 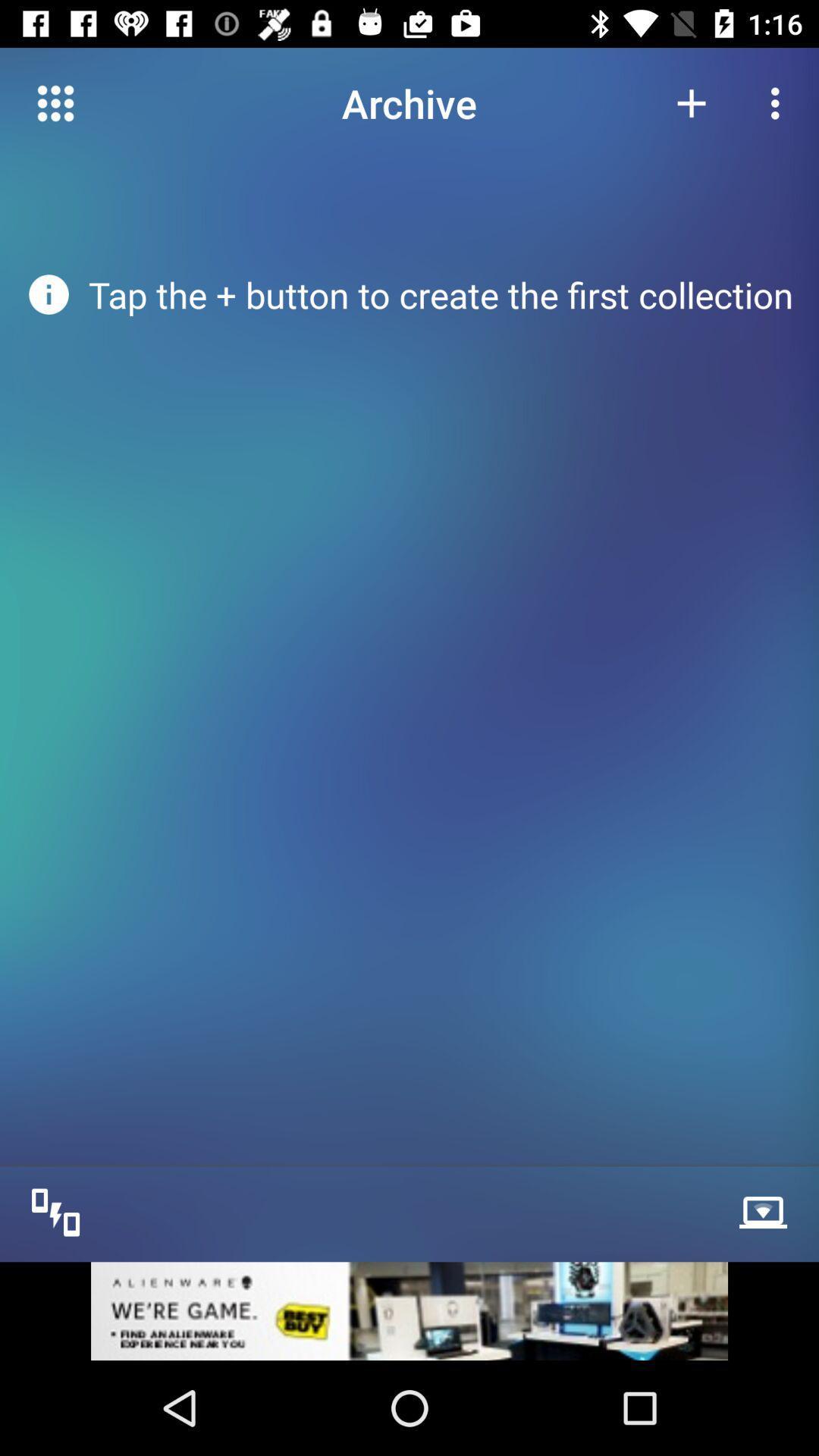 I want to click on number pad option, so click(x=55, y=102).